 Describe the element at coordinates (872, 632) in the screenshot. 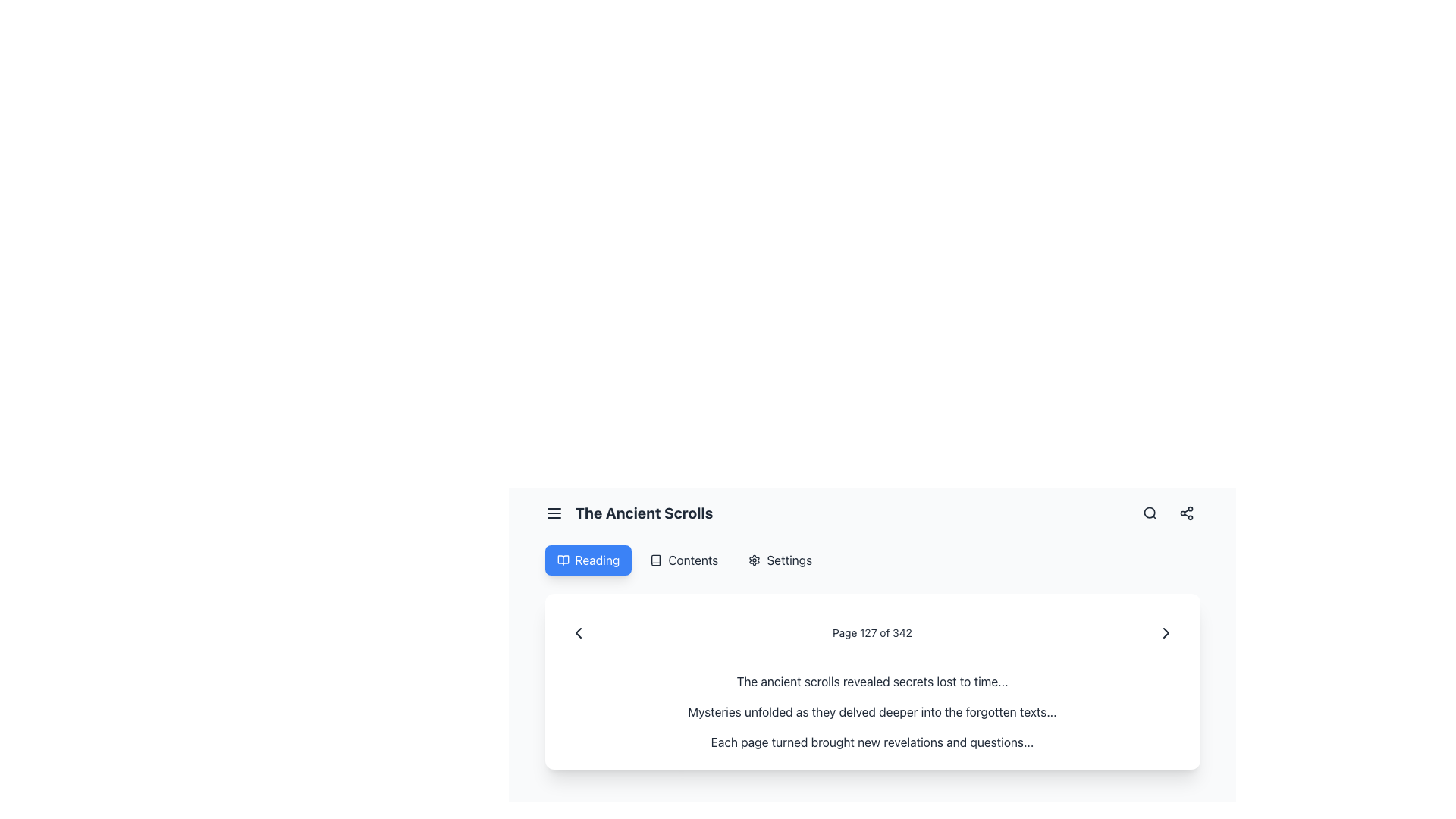

I see `the static text display that shows 'Page 127 of 342' in the upper-middle part of the visible page display area` at that location.